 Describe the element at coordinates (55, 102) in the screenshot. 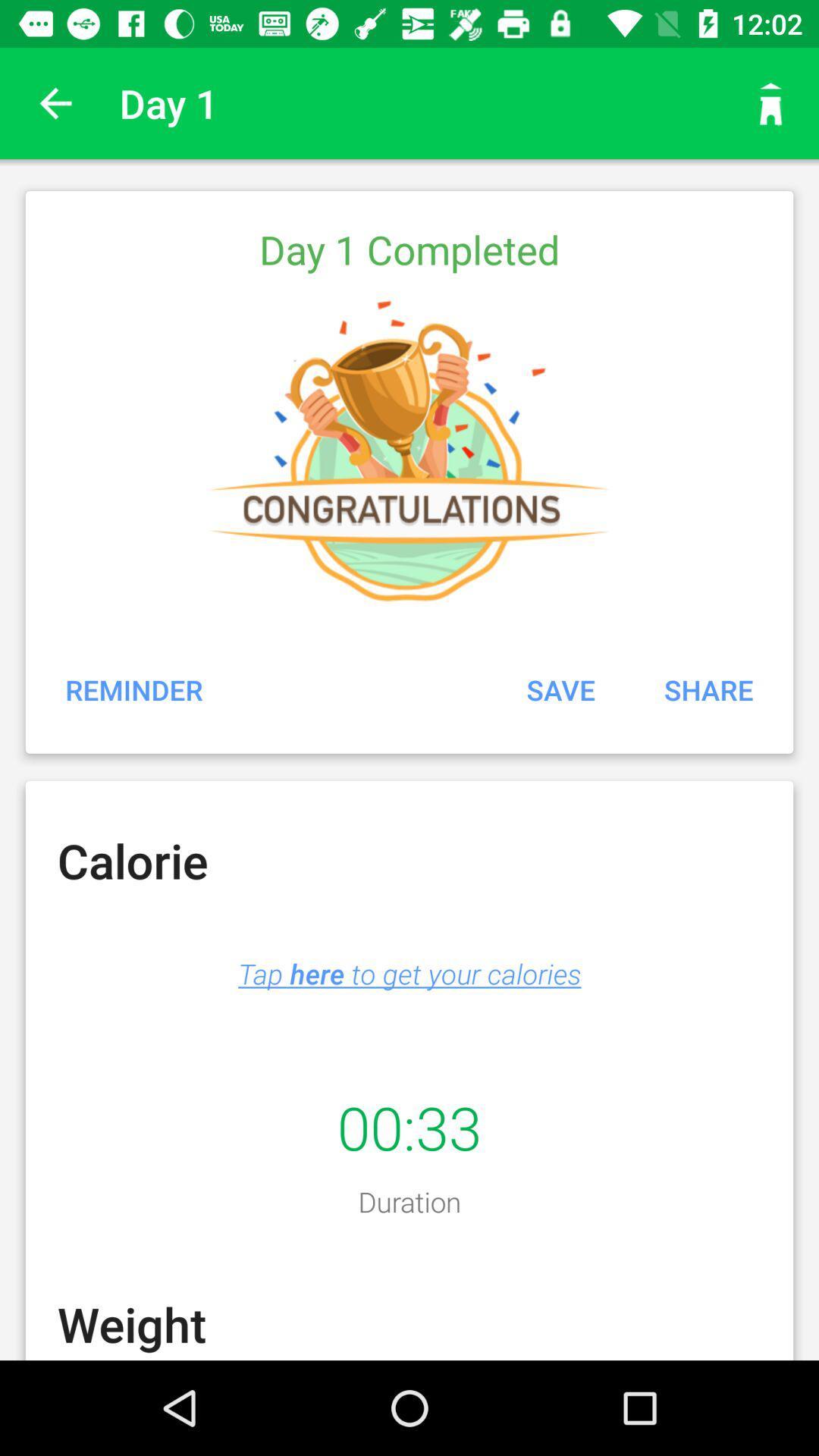

I see `app next to the day 1` at that location.